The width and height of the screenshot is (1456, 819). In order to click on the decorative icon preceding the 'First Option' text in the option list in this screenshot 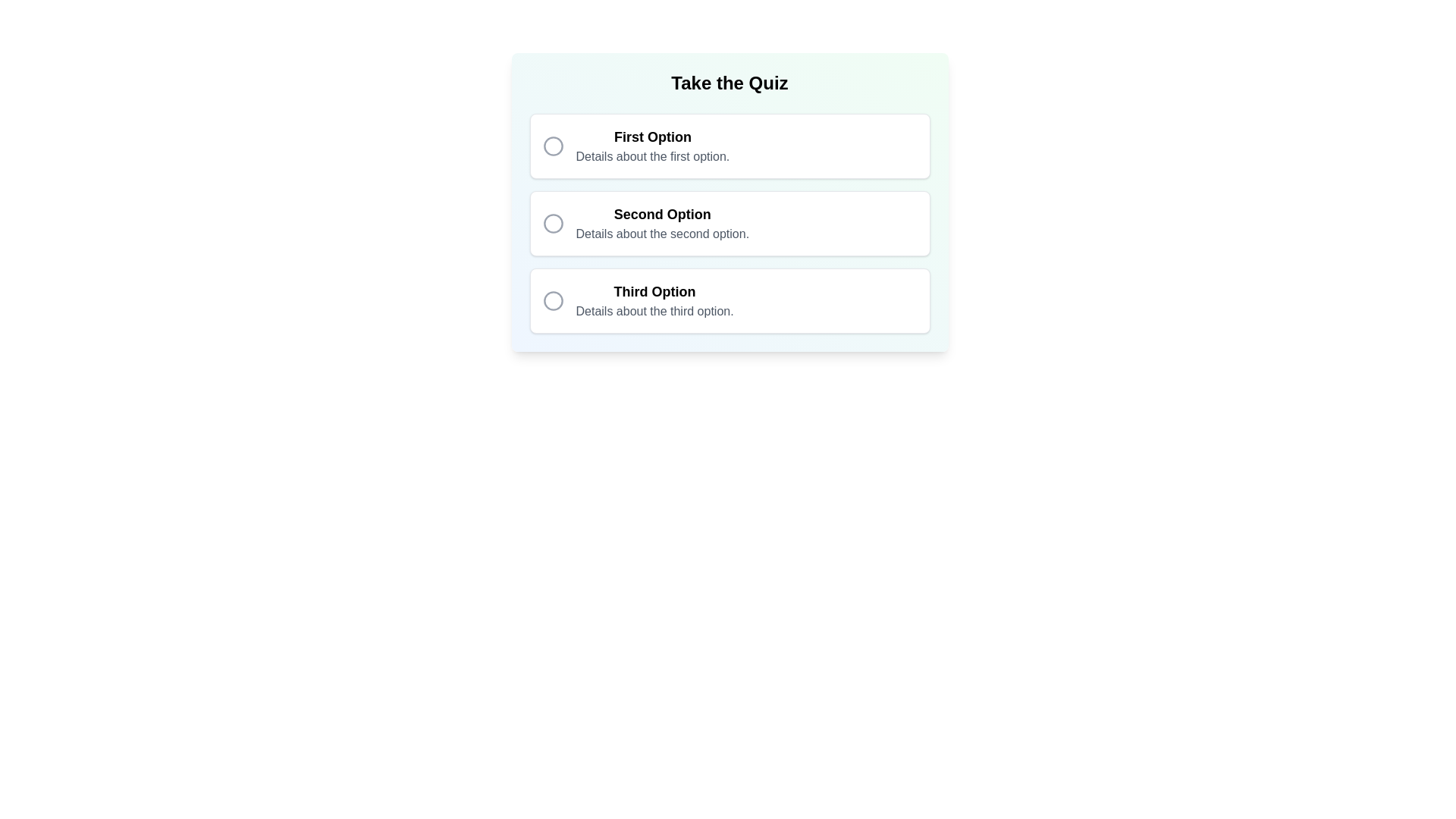, I will do `click(552, 146)`.